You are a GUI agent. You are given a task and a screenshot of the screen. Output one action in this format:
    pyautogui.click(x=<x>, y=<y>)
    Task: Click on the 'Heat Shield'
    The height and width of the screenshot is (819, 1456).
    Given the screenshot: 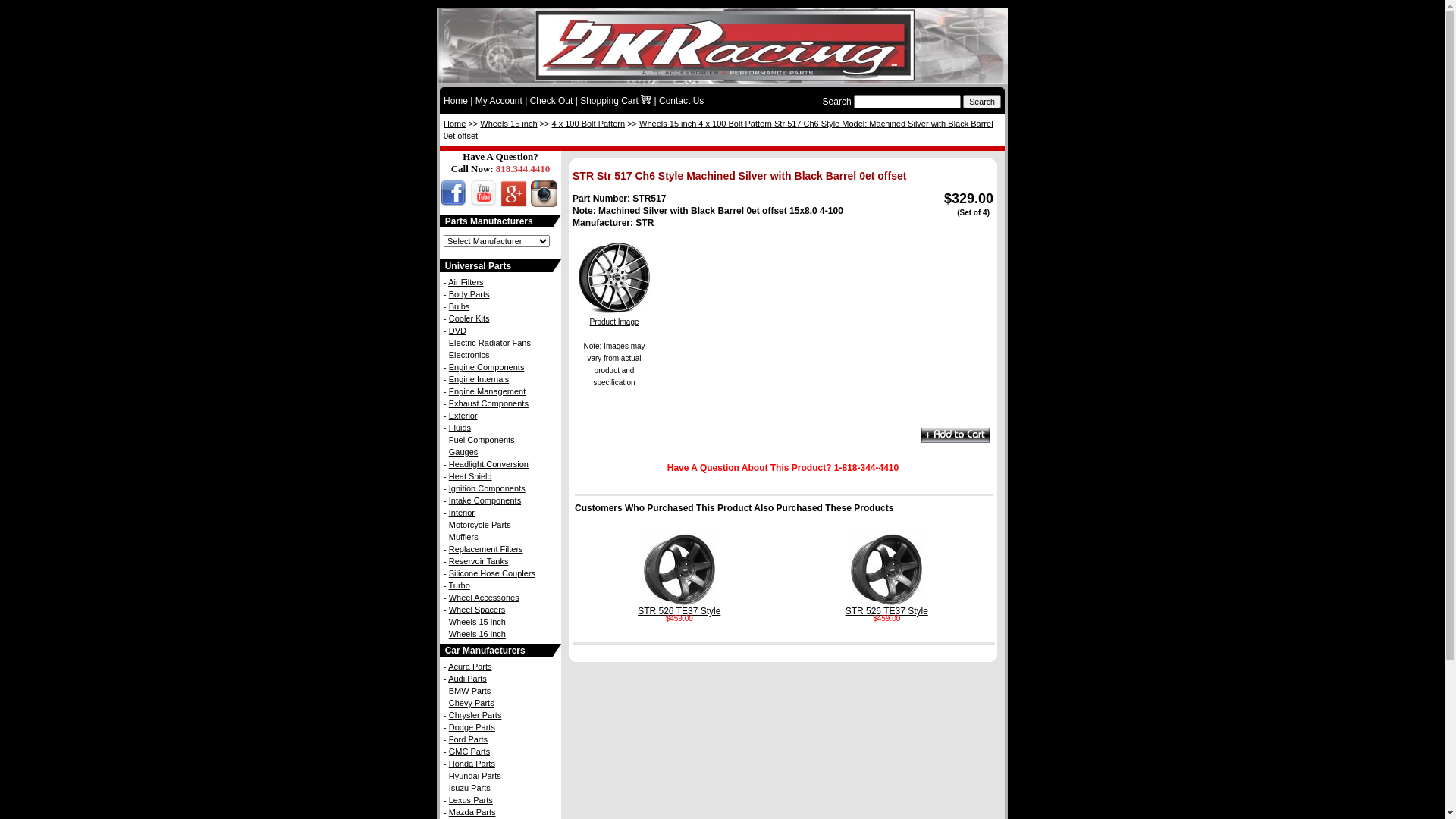 What is the action you would take?
    pyautogui.click(x=469, y=475)
    